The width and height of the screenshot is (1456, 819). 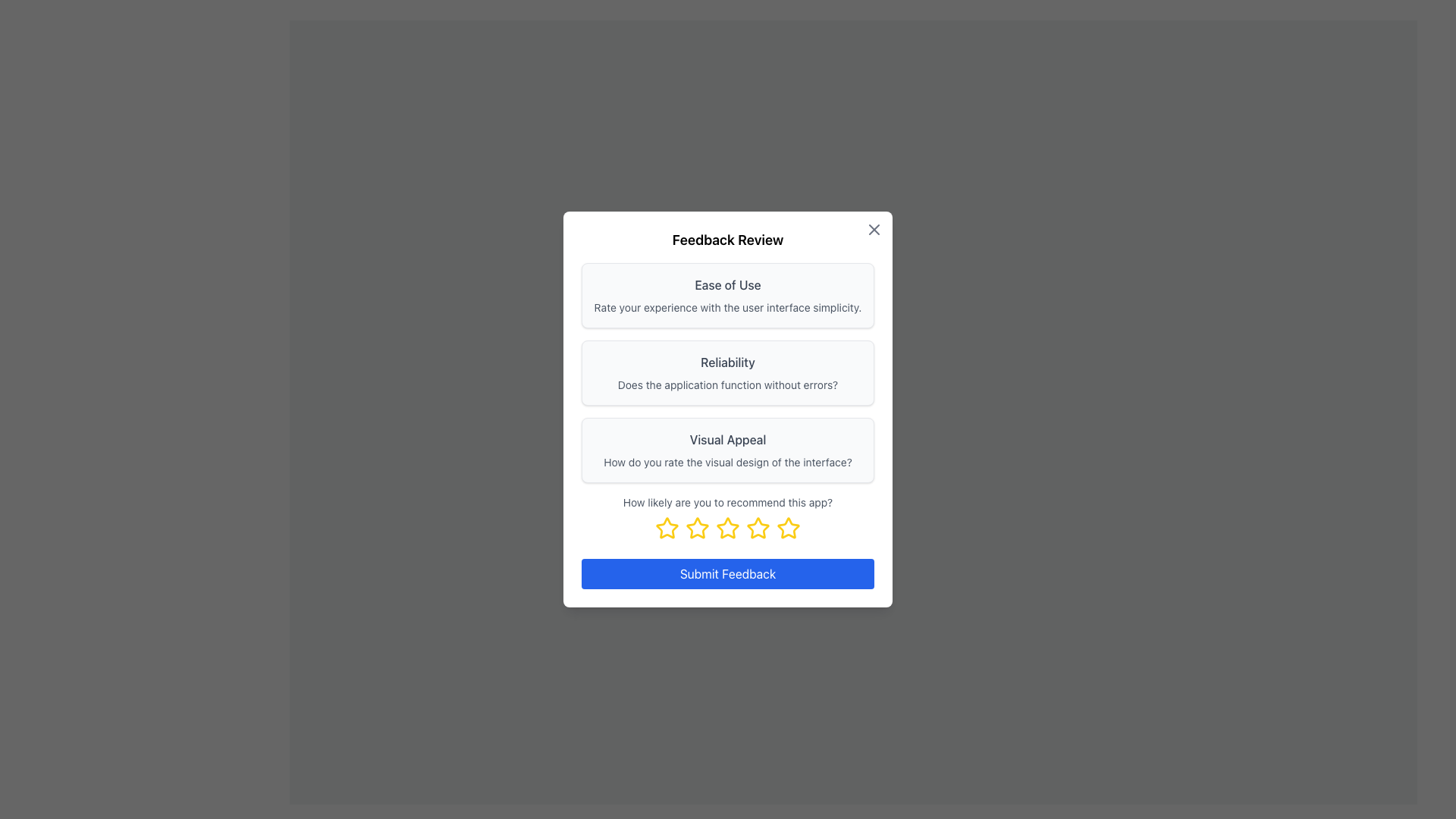 I want to click on across the five star icons in the Rating scale asking 'How likely are you, so click(x=728, y=516).